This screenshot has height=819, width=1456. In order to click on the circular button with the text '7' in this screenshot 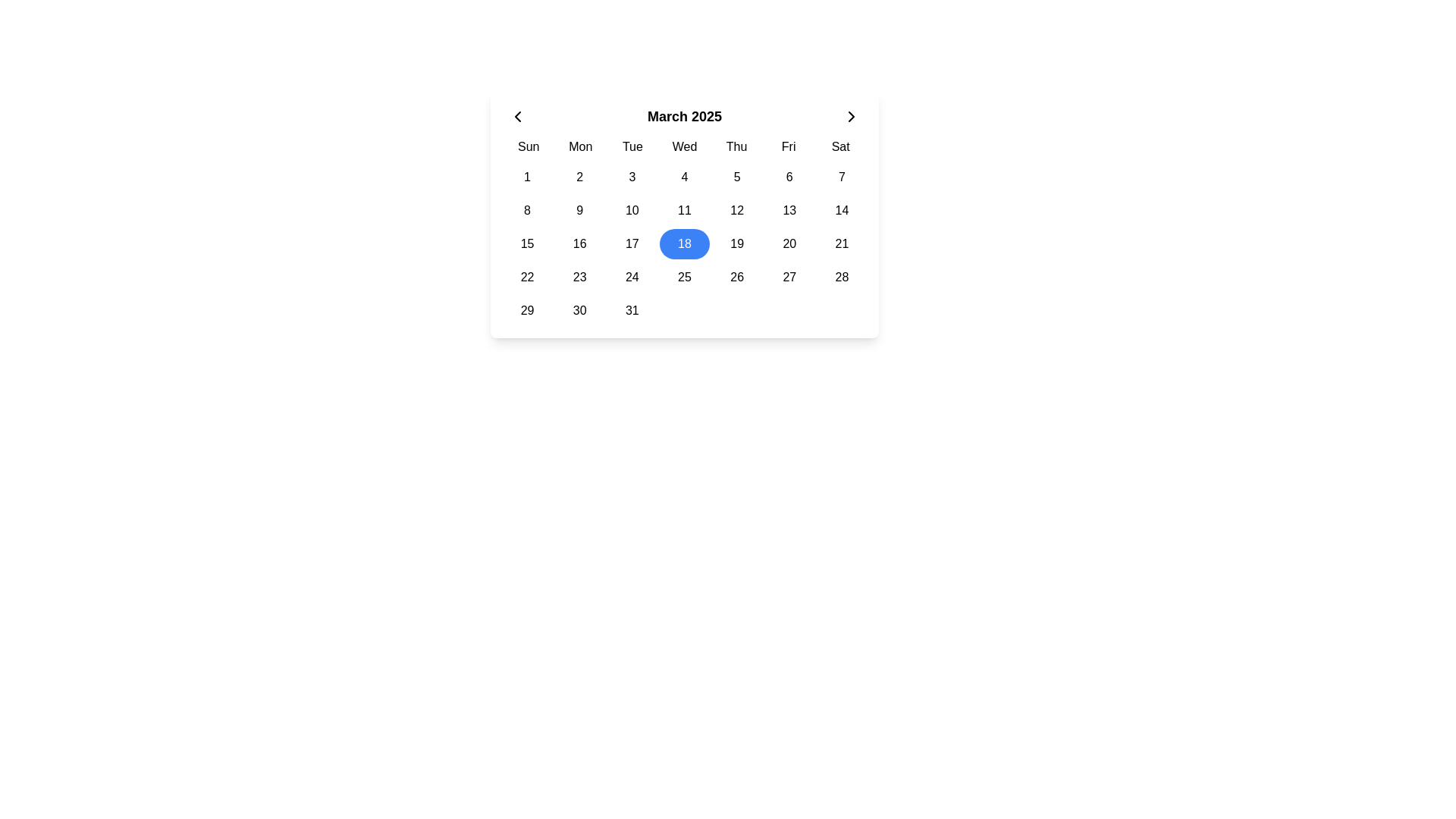, I will do `click(840, 177)`.